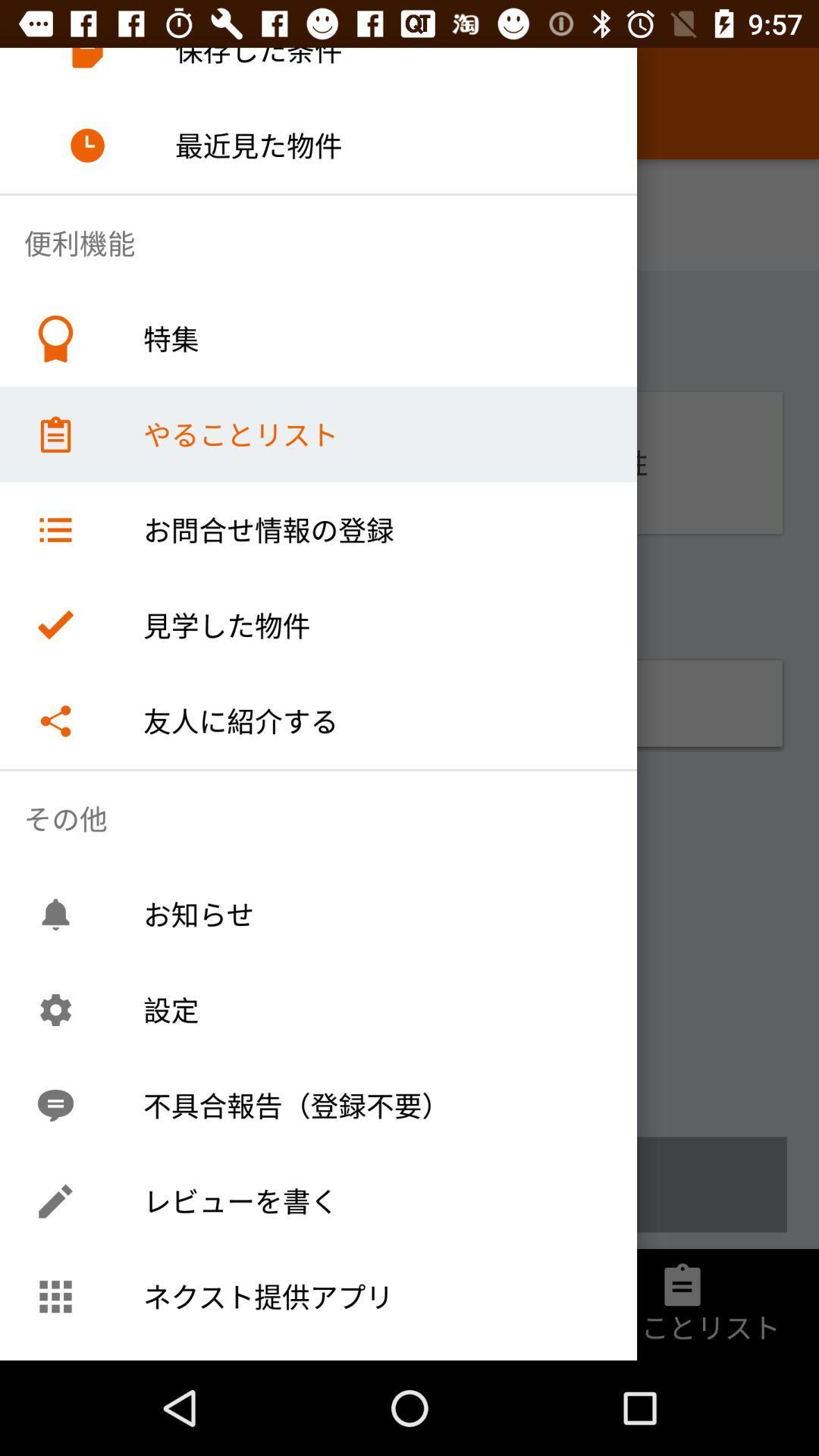 The image size is (819, 1456). Describe the element at coordinates (55, 1200) in the screenshot. I see `second option icon from bottom left corner` at that location.